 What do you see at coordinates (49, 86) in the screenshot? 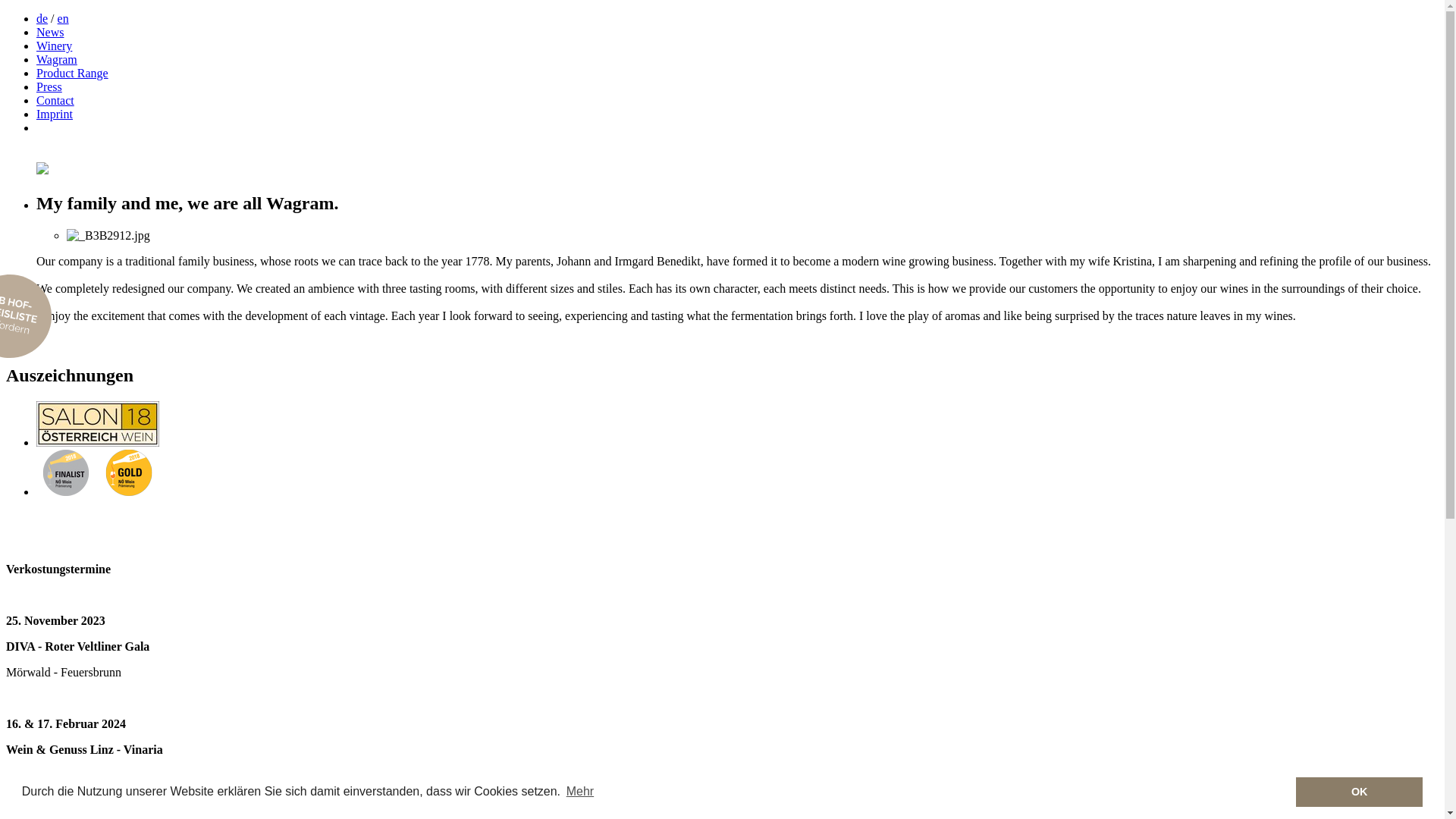
I see `'Press'` at bounding box center [49, 86].